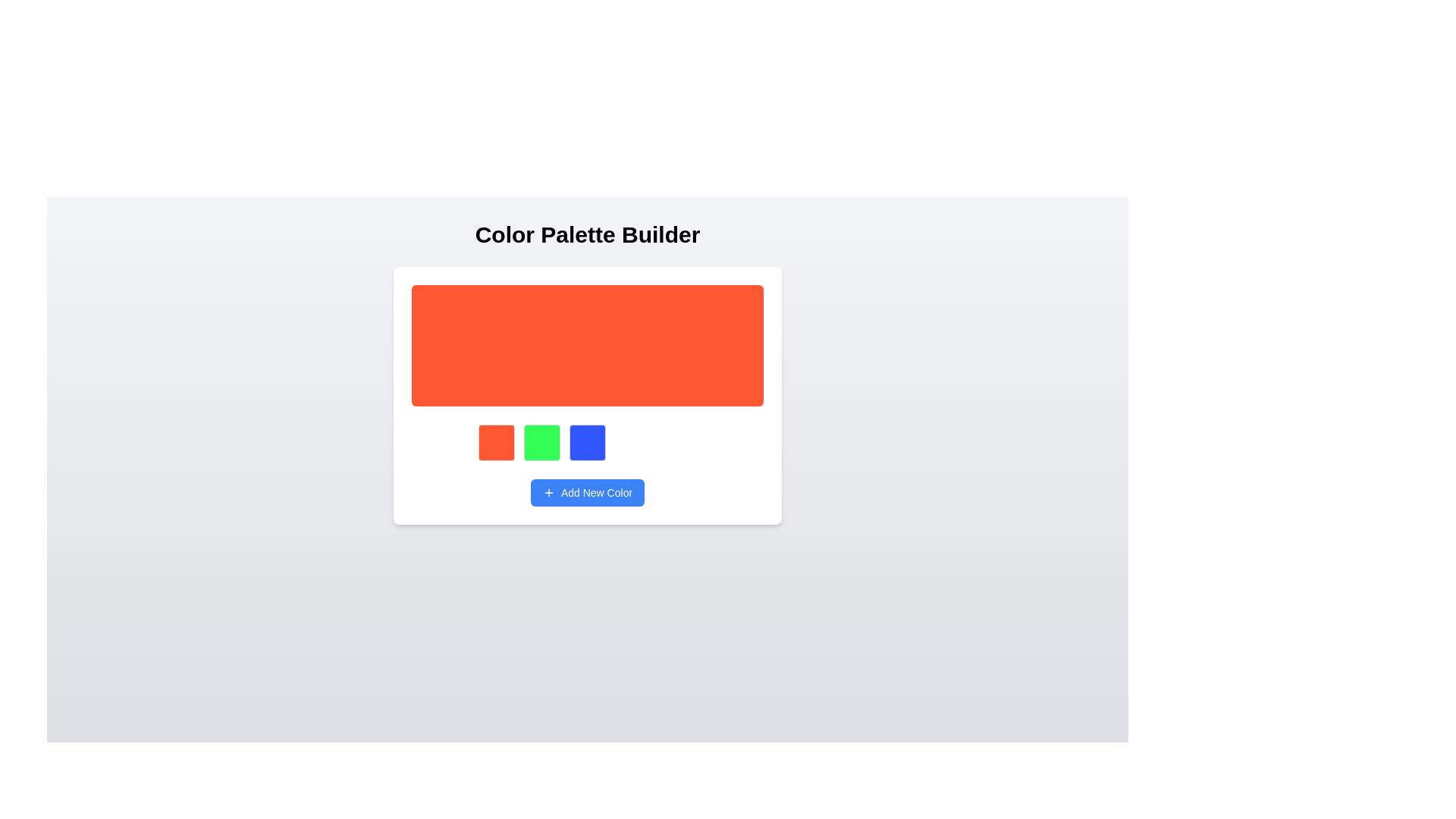 Image resolution: width=1456 pixels, height=819 pixels. Describe the element at coordinates (542, 442) in the screenshot. I see `the second button` at that location.